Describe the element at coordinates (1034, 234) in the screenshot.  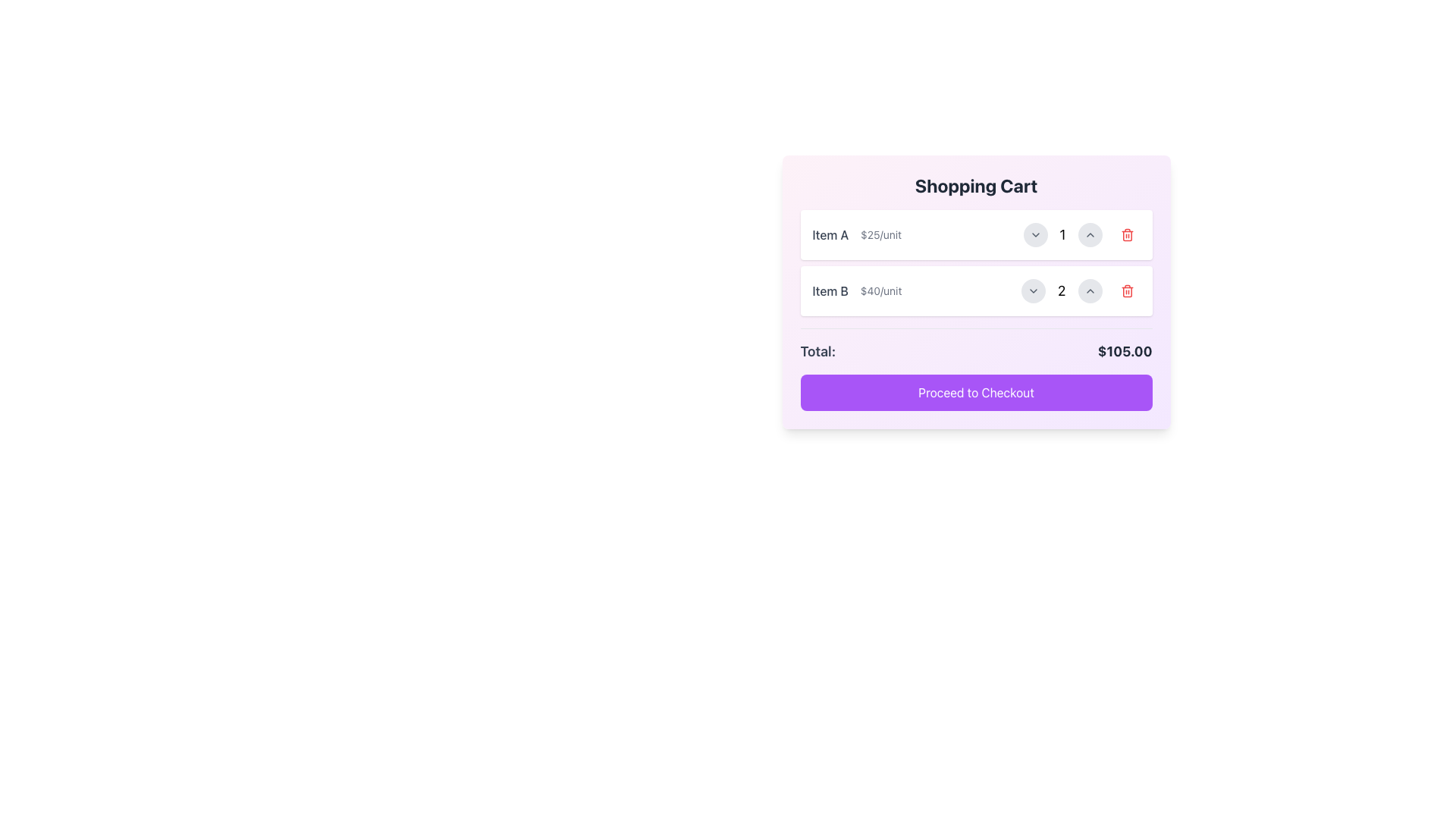
I see `the Dropdown Icon, a downward arrow inside a circular gray button, located to the left of the numeric input for item quantities associated with 'Item B'` at that location.